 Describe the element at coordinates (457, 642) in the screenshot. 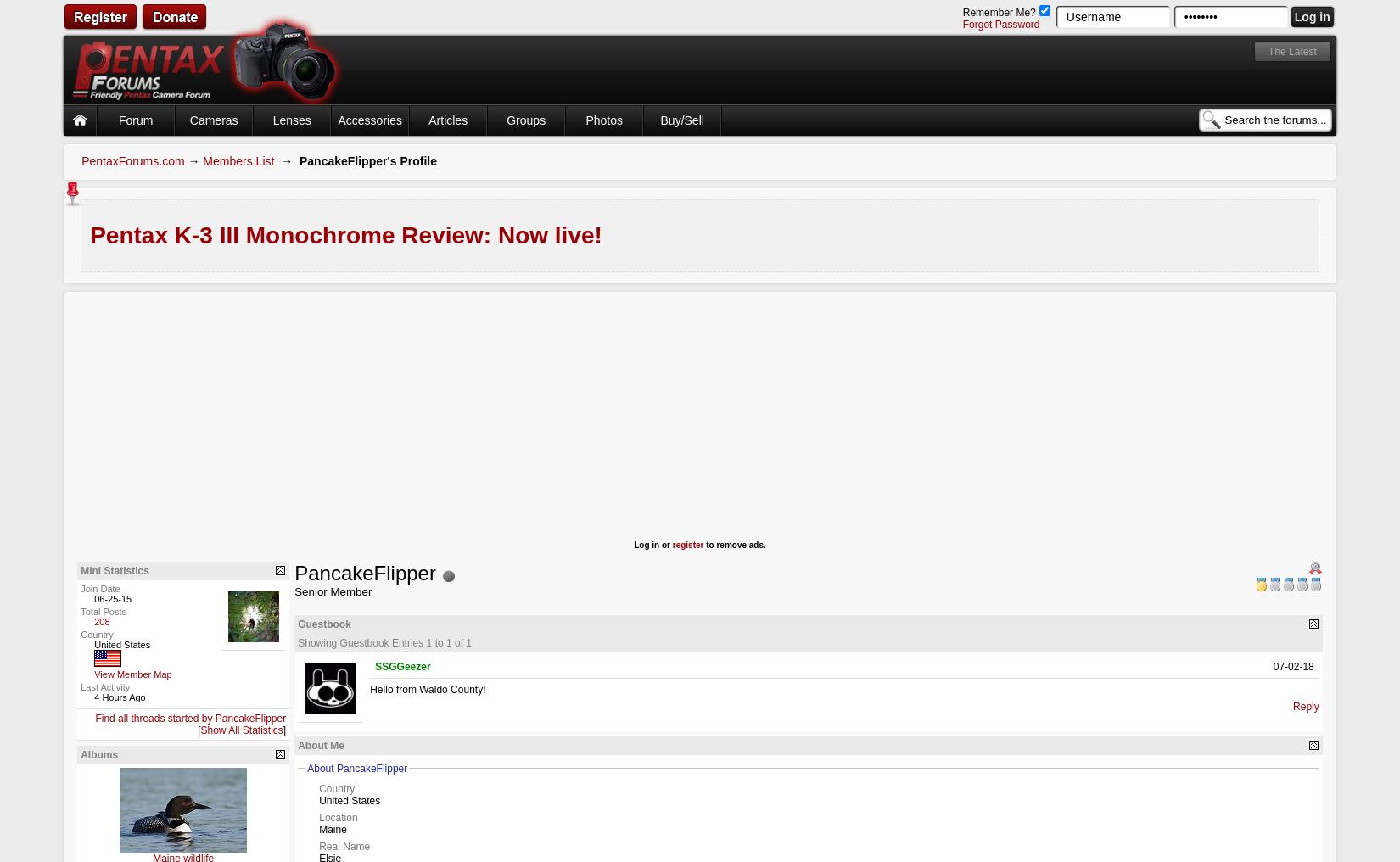

I see `'of'` at that location.